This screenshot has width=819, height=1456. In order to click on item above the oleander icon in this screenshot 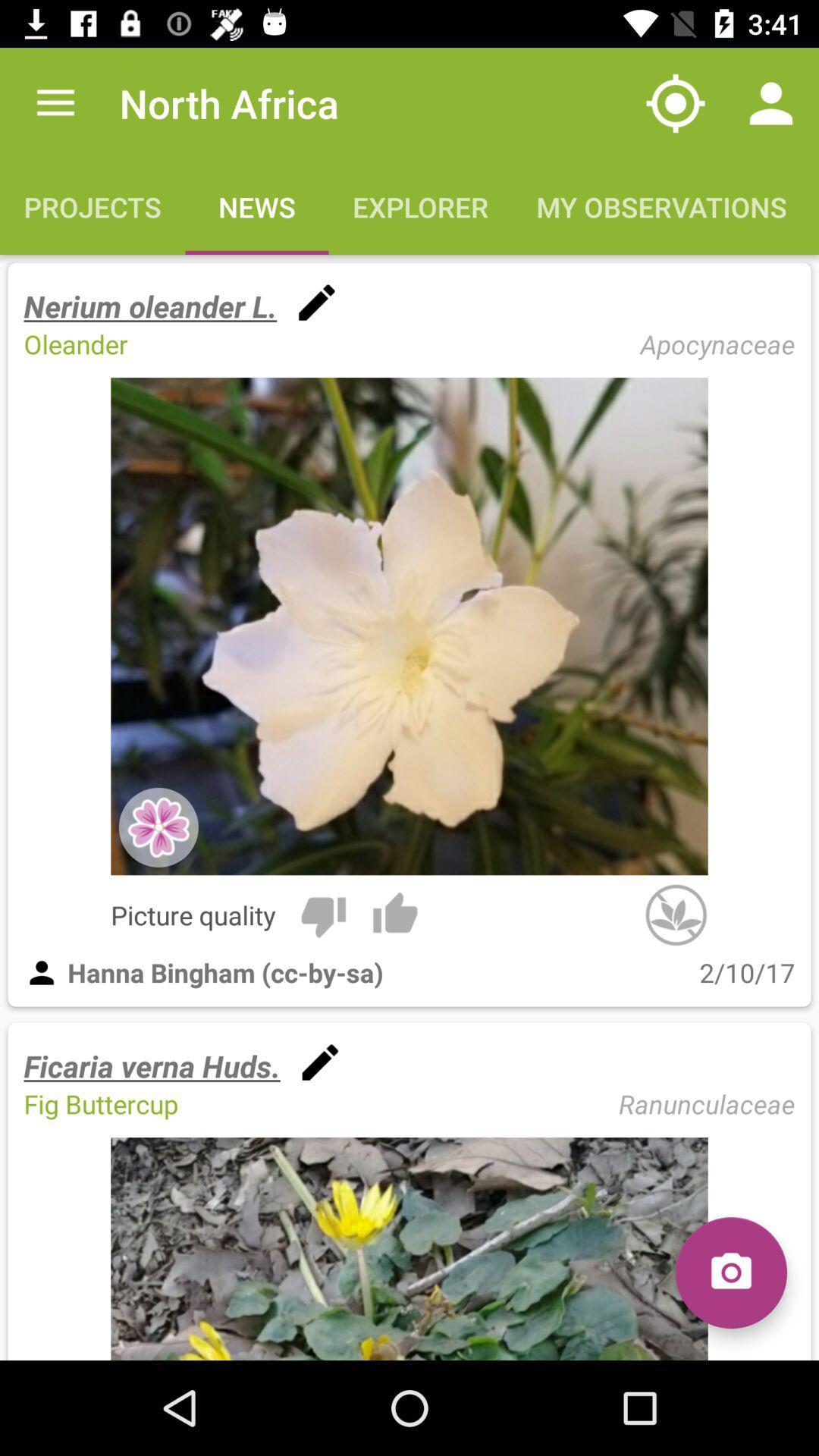, I will do `click(150, 305)`.